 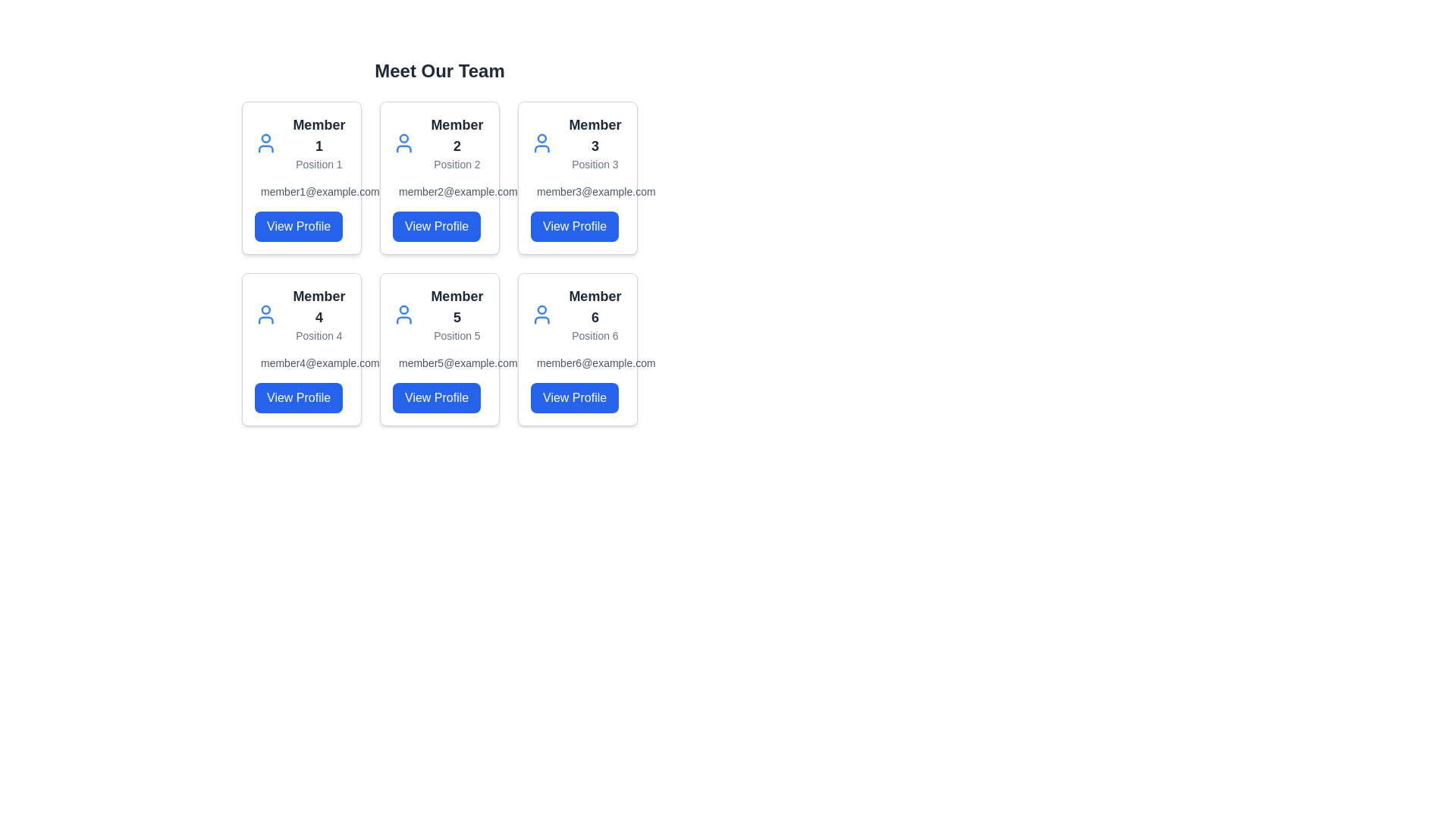 I want to click on the user profile silhouette vector graphic located in the sixth card labeled 'Member 6', which represents the shoulders and neckline of the icon, so click(x=541, y=319).